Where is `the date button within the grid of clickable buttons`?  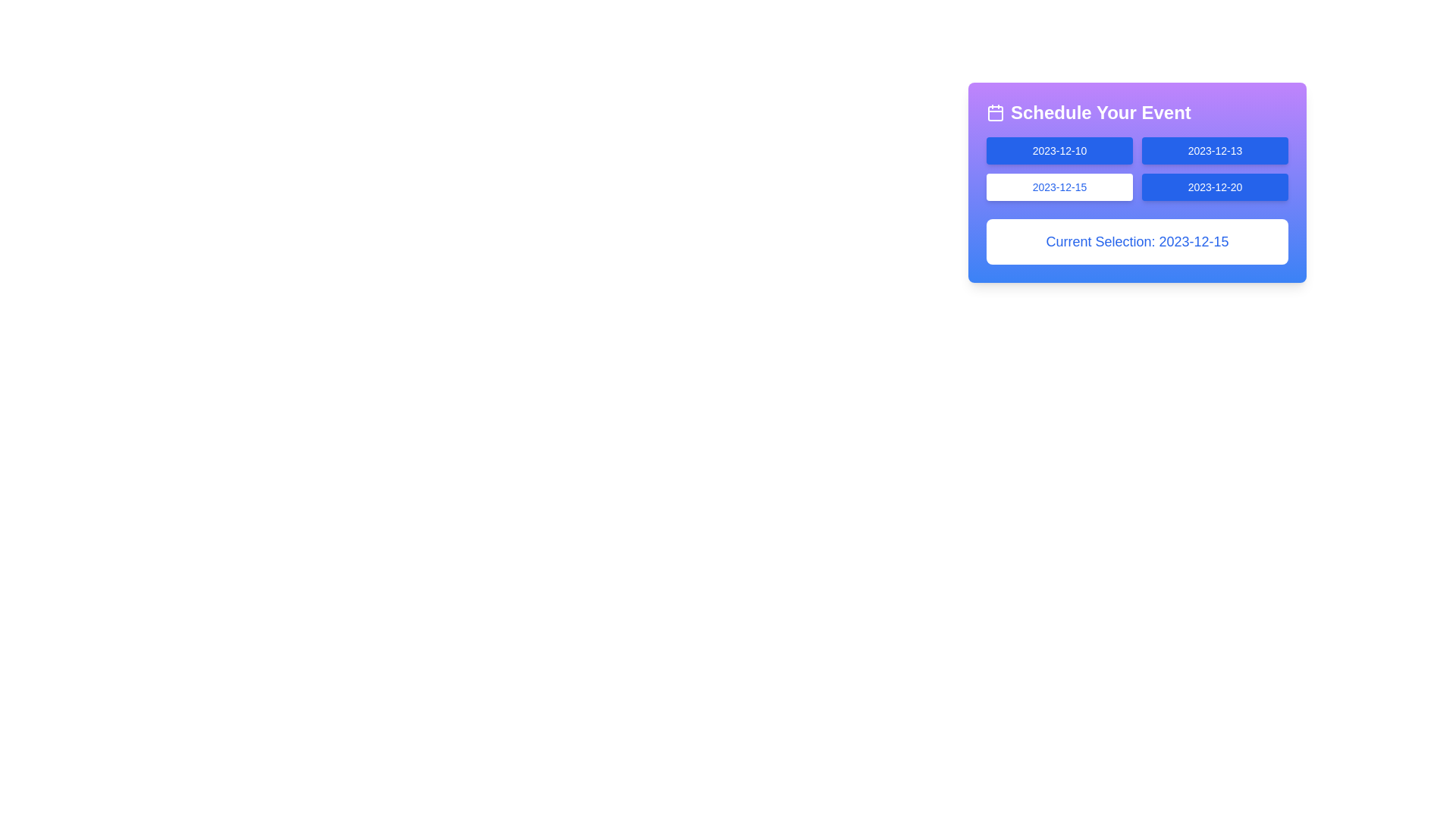
the date button within the grid of clickable buttons is located at coordinates (1137, 169).